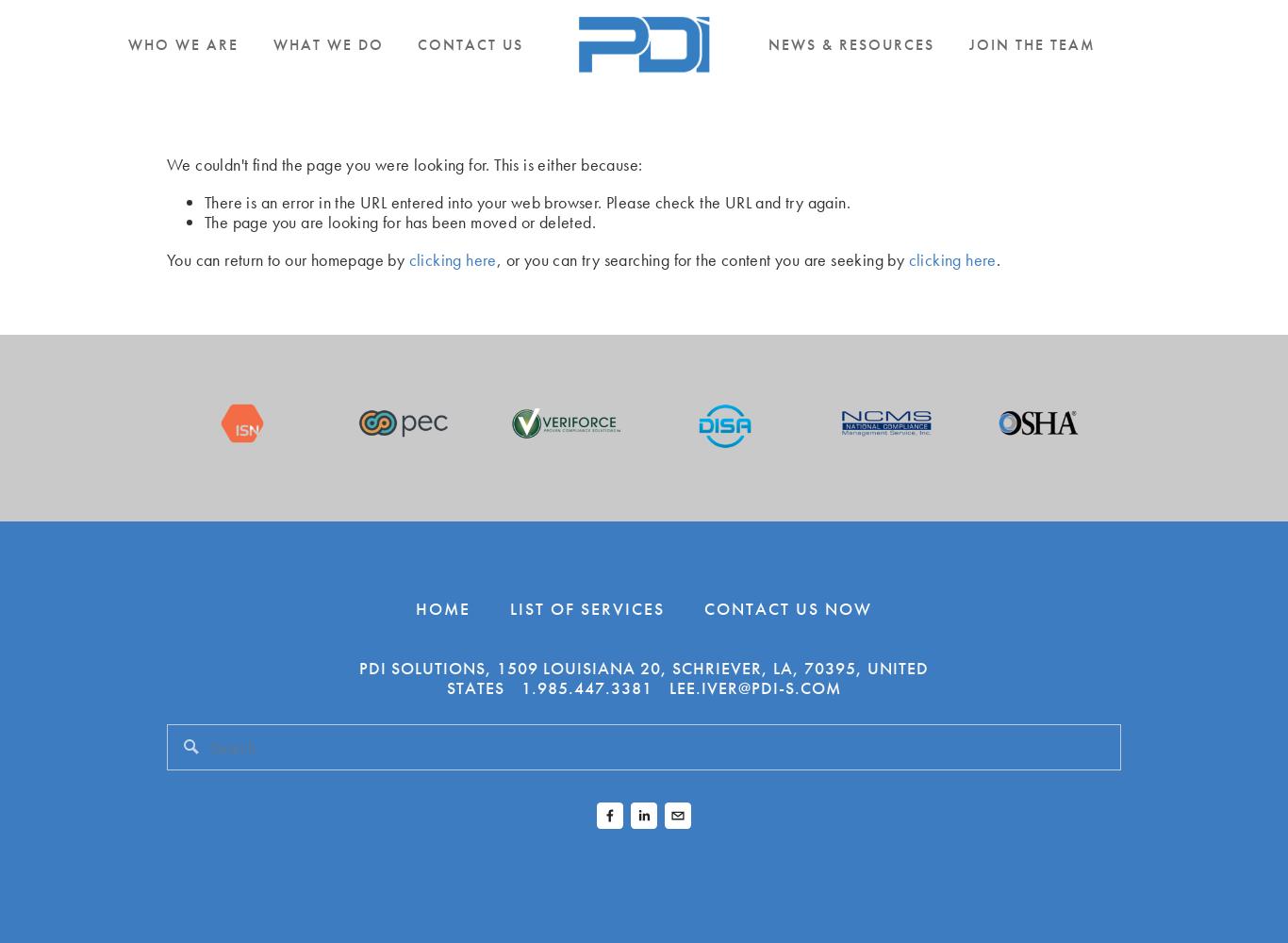  Describe the element at coordinates (509, 607) in the screenshot. I see `'List of Services'` at that location.